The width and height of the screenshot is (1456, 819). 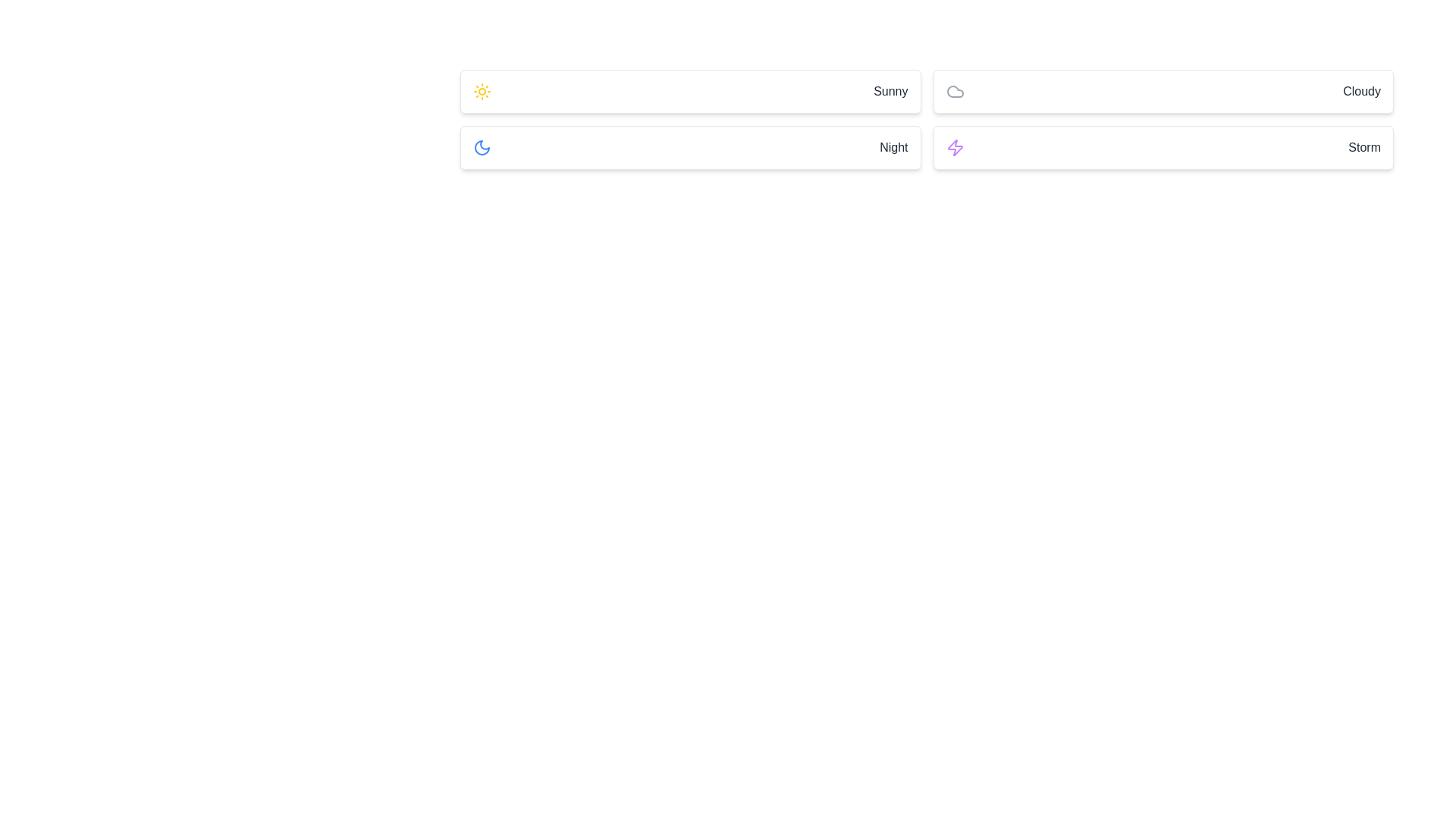 What do you see at coordinates (689, 91) in the screenshot?
I see `the 'Sunny' option button located in the top row, first column of the grid layout, above the 'Night' card and to the left of the 'Cloudy' card` at bounding box center [689, 91].